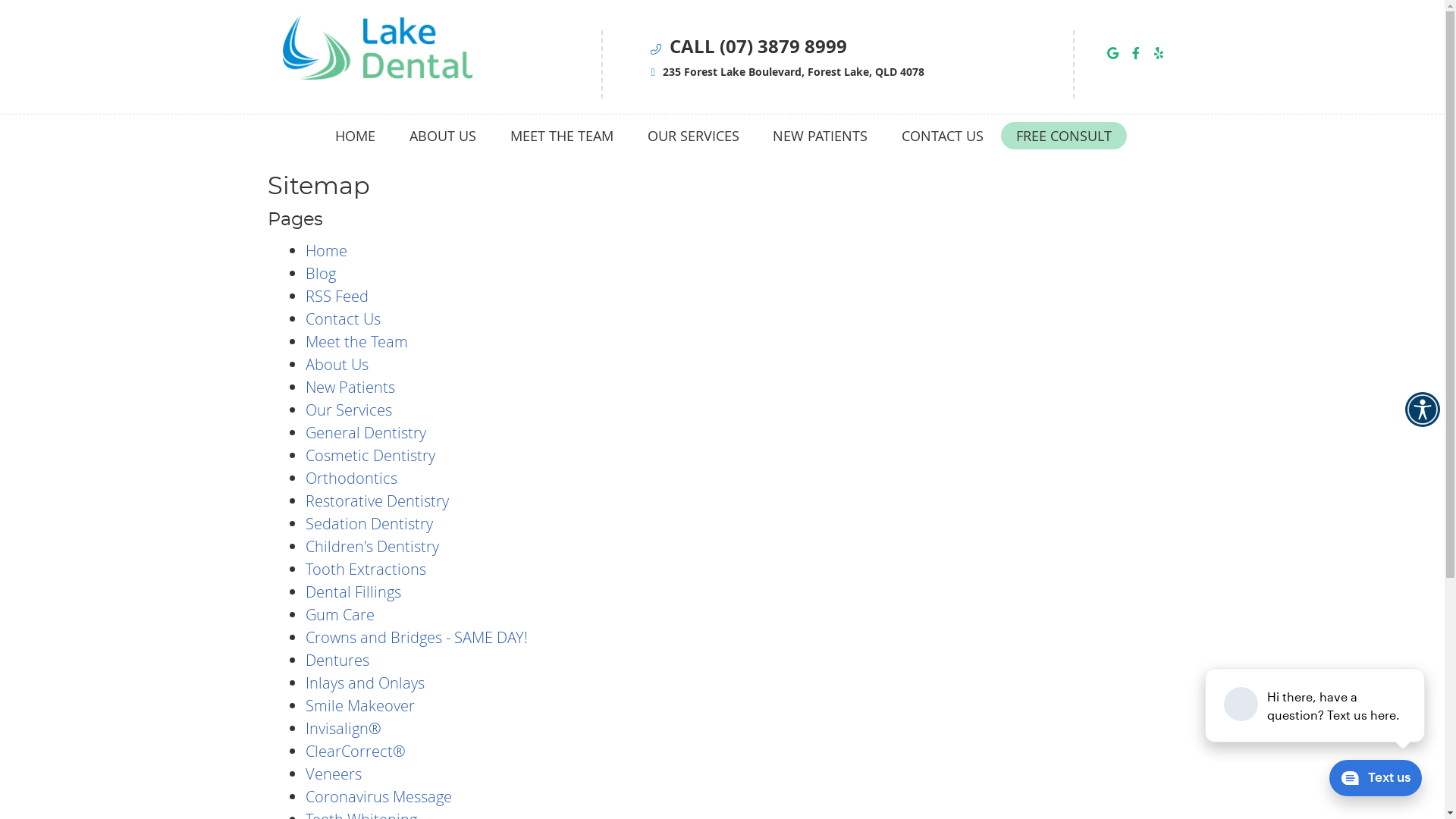  I want to click on 'HOME', so click(355, 134).